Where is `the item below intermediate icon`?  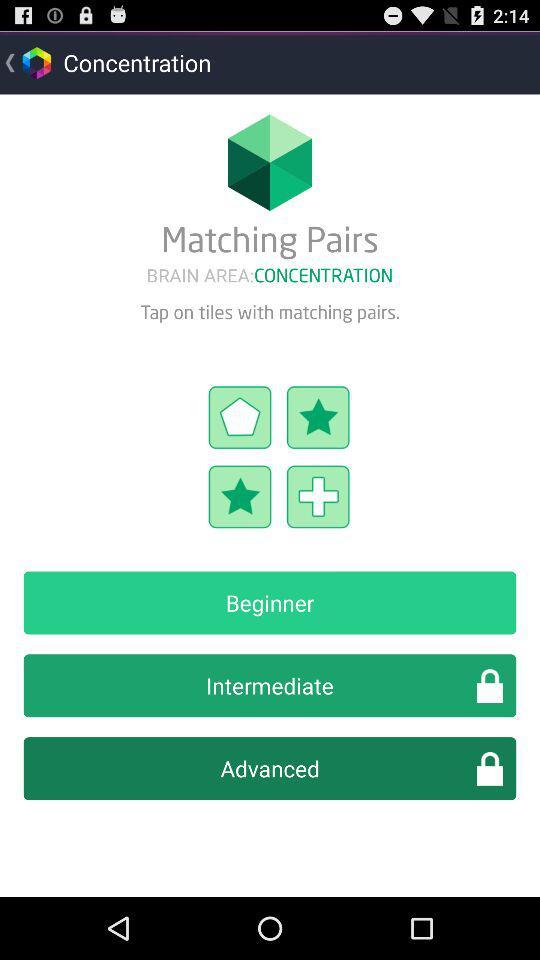 the item below intermediate icon is located at coordinates (270, 767).